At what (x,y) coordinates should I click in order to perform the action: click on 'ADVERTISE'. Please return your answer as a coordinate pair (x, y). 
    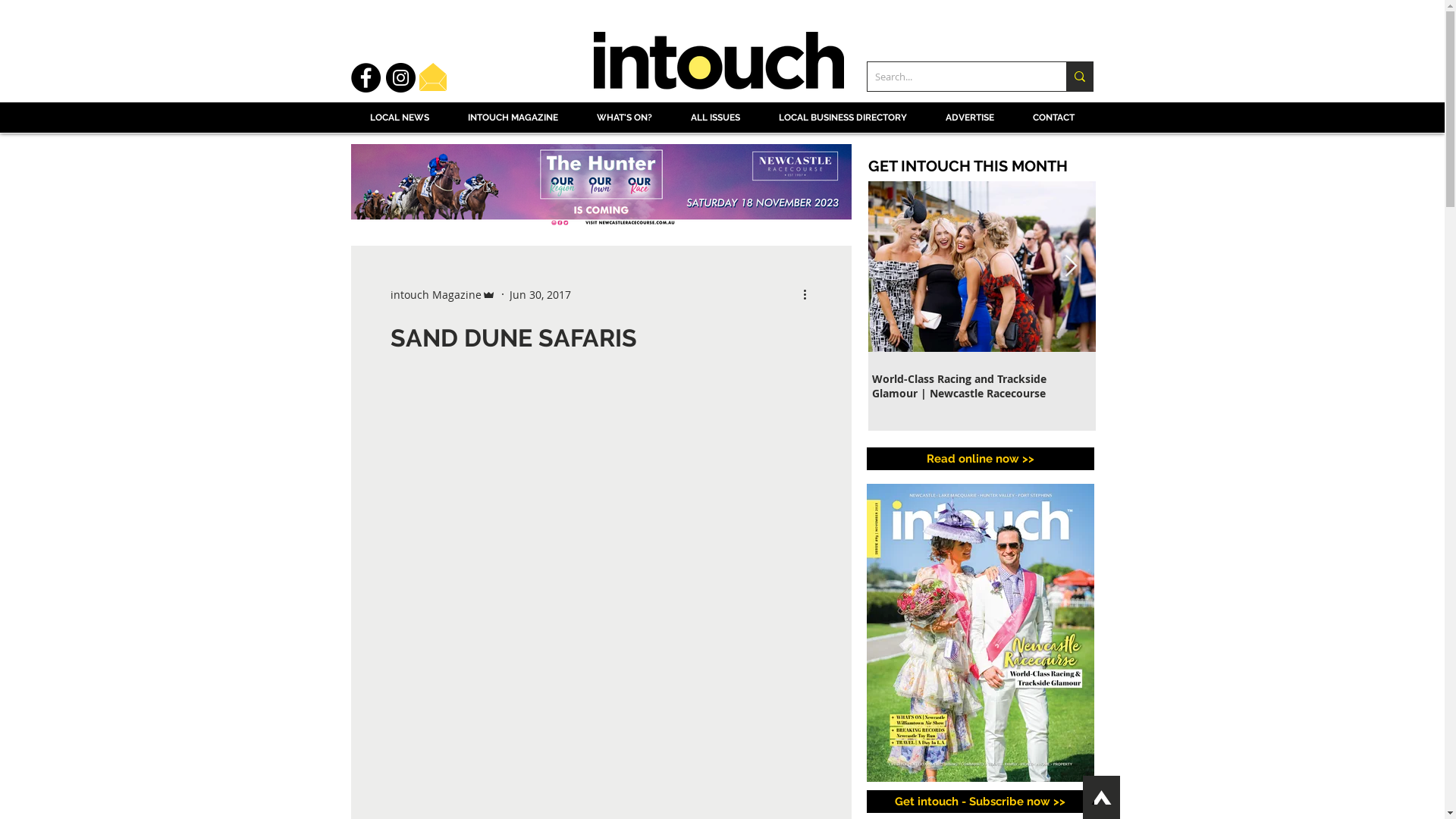
    Looking at the image, I should click on (969, 121).